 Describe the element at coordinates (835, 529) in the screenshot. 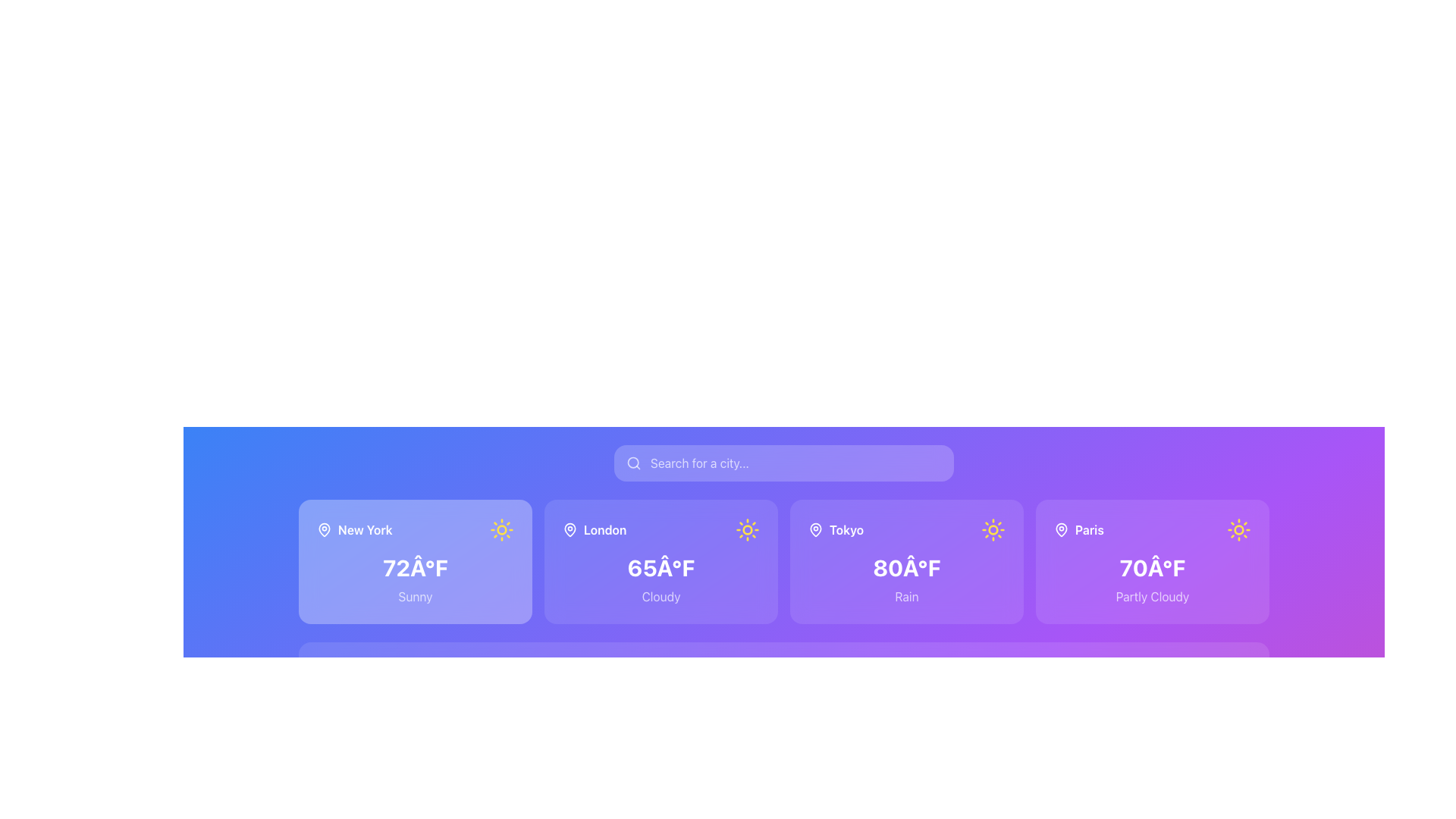

I see `the text label displaying 'Tokyo', which is styled in bold, white font and is located in the center of a card-like structure` at that location.